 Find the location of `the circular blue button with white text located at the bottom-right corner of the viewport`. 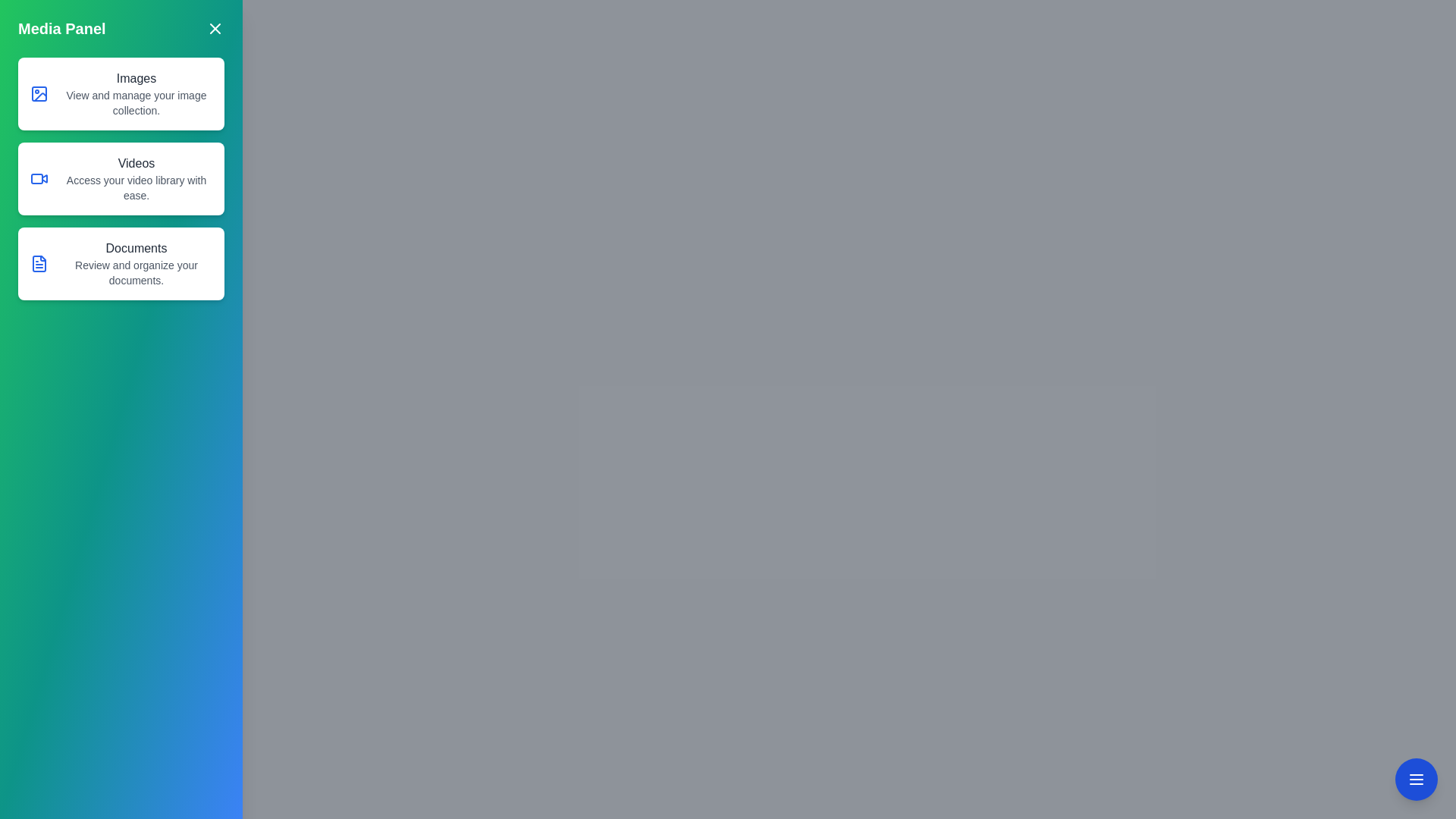

the circular blue button with white text located at the bottom-right corner of the viewport is located at coordinates (1415, 780).